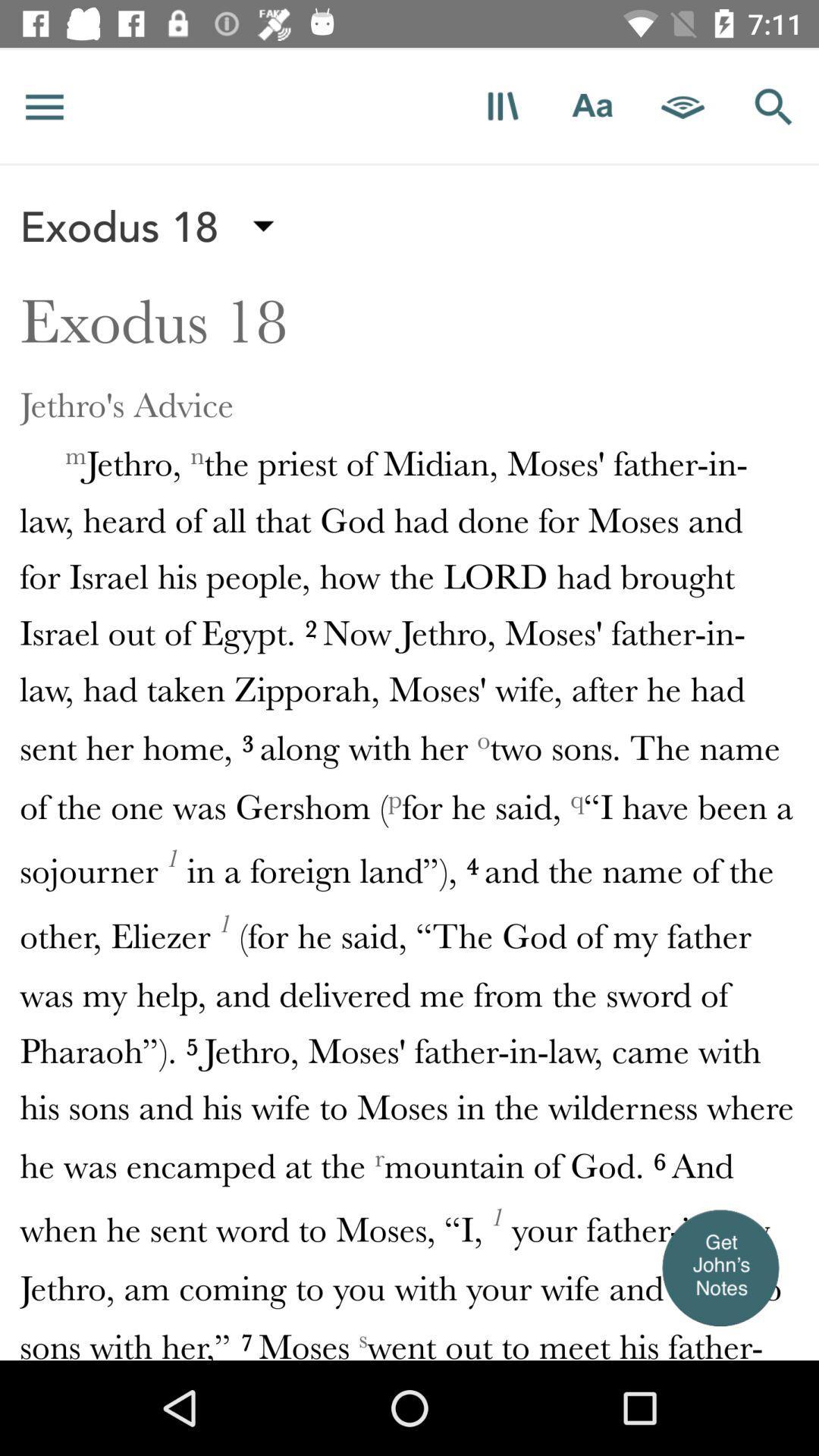 This screenshot has height=1456, width=819. Describe the element at coordinates (591, 105) in the screenshot. I see `font options` at that location.